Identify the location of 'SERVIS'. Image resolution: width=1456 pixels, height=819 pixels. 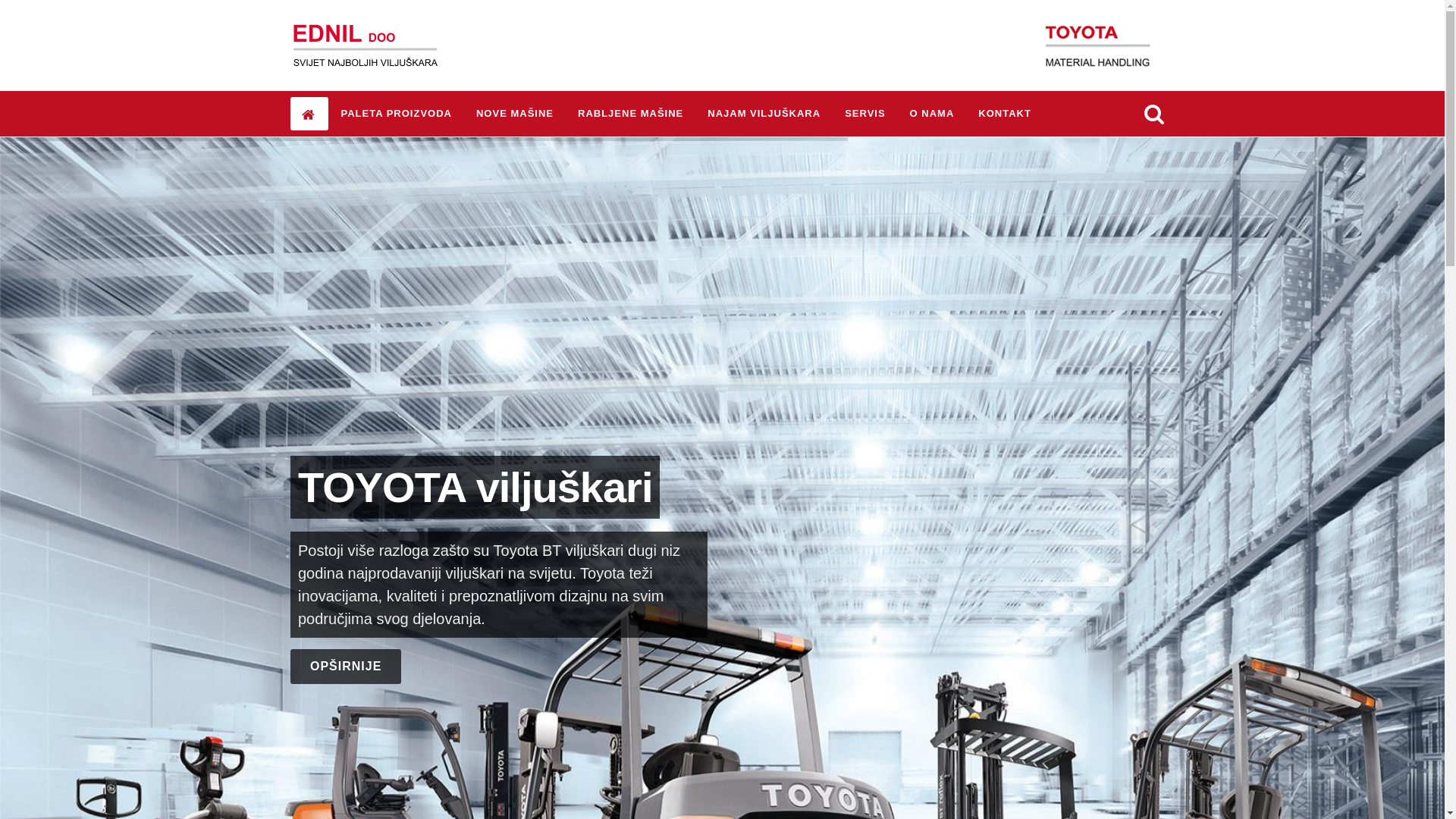
(864, 113).